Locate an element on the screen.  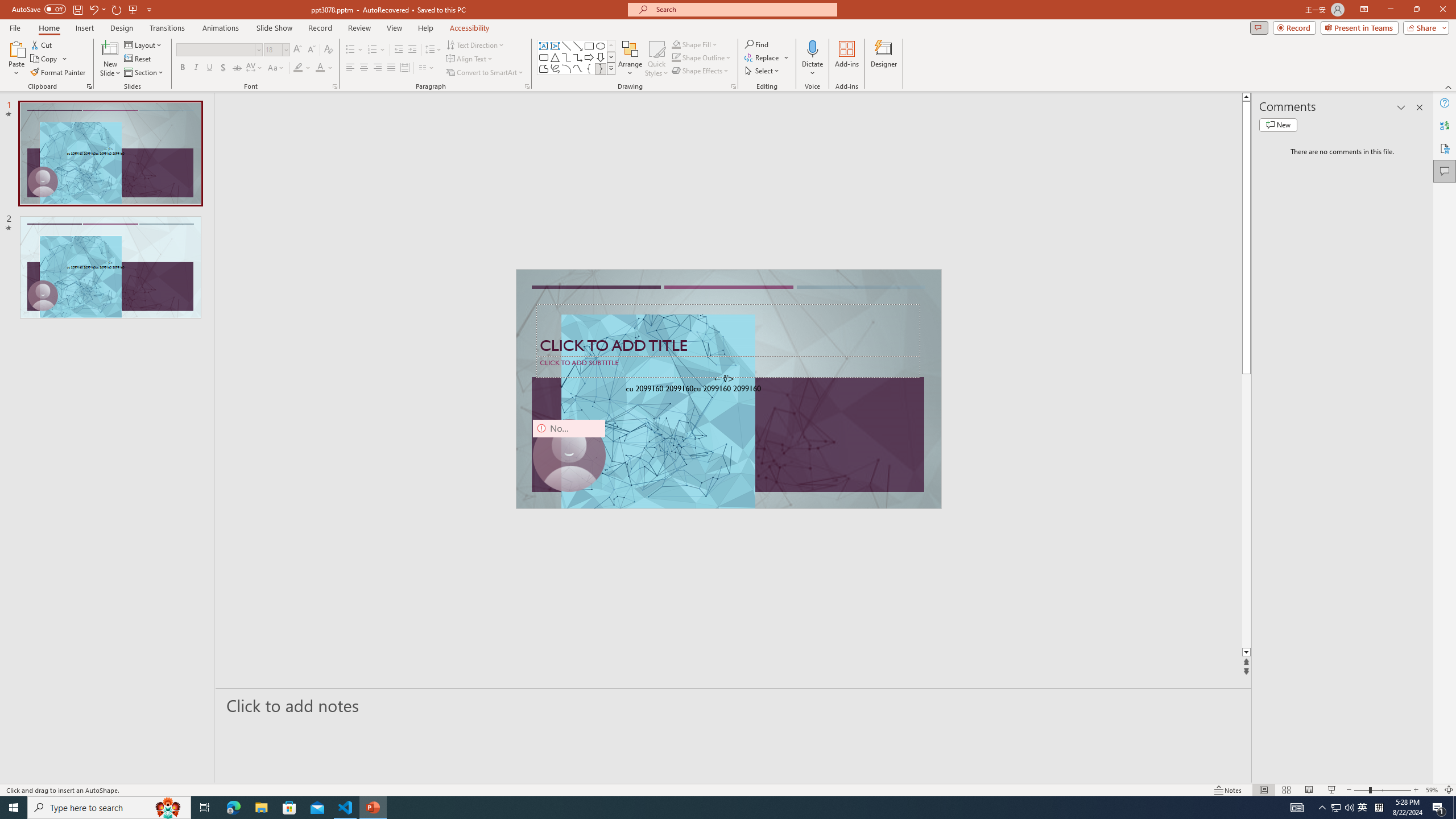
'Office Clipboard...' is located at coordinates (88, 85).